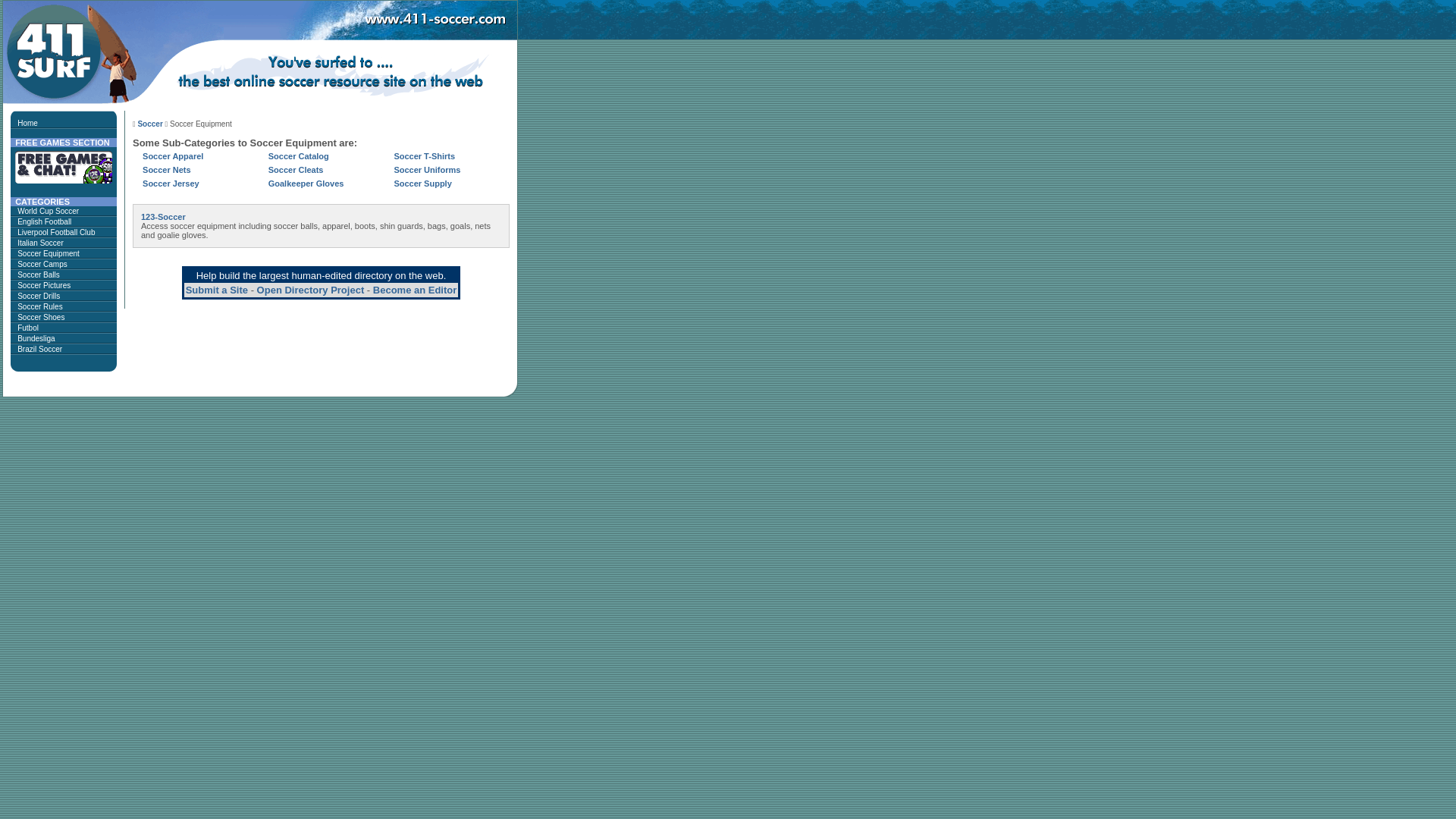  I want to click on 'Goalkeeper Gloves', so click(305, 183).